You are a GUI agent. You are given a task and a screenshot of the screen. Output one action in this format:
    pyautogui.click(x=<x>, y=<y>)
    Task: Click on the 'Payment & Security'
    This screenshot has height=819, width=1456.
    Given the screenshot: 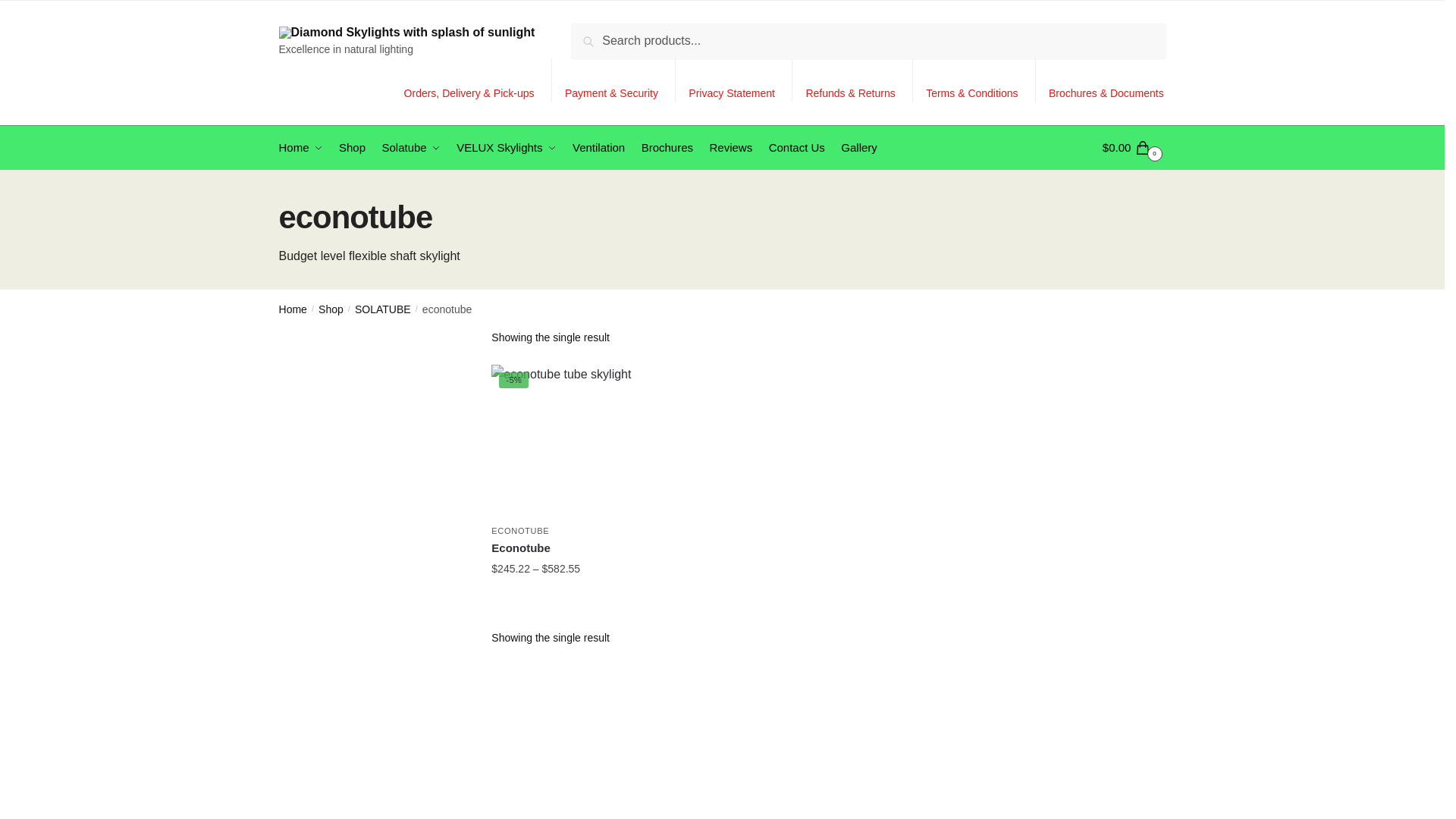 What is the action you would take?
    pyautogui.click(x=611, y=80)
    